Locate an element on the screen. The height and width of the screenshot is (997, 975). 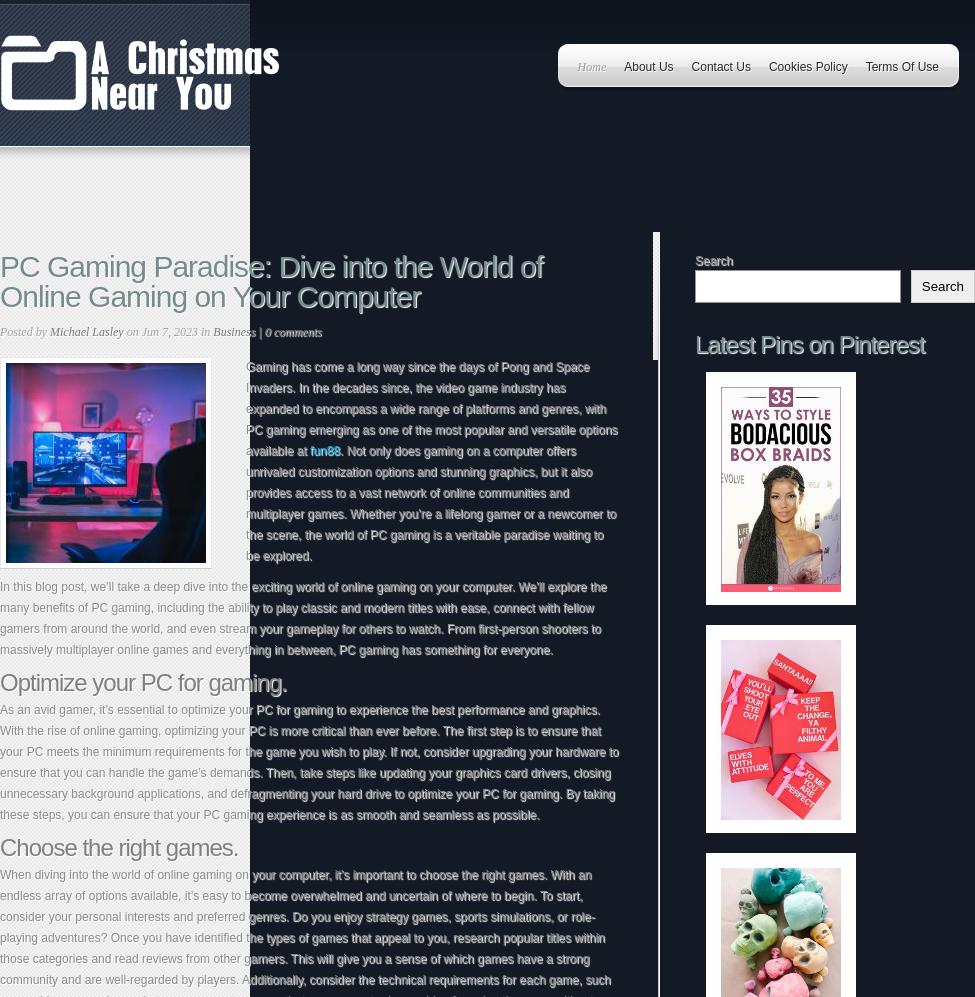
'Optimize your PC for gaming.' is located at coordinates (0, 681).